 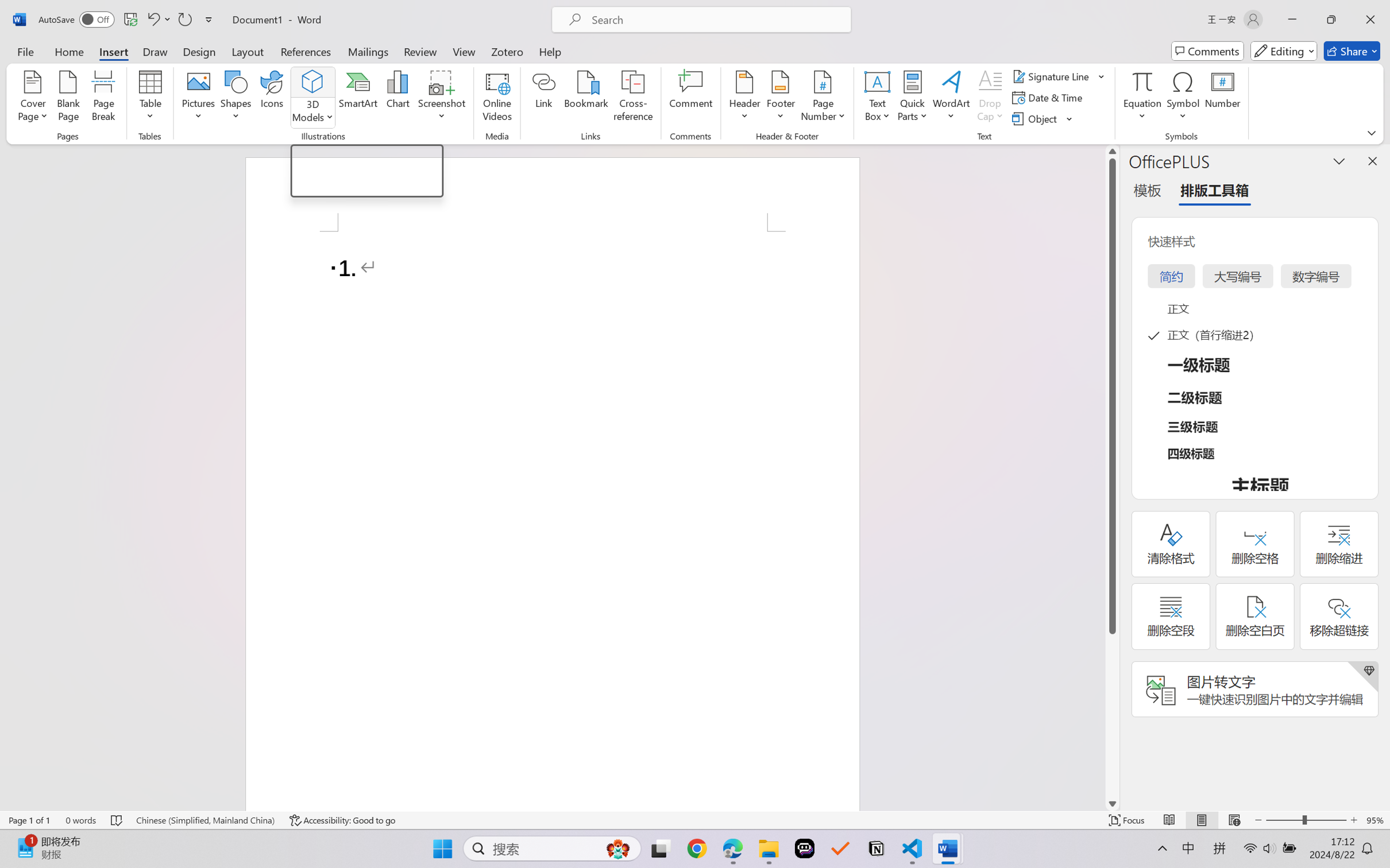 What do you see at coordinates (990, 98) in the screenshot?
I see `'Drop Cap'` at bounding box center [990, 98].